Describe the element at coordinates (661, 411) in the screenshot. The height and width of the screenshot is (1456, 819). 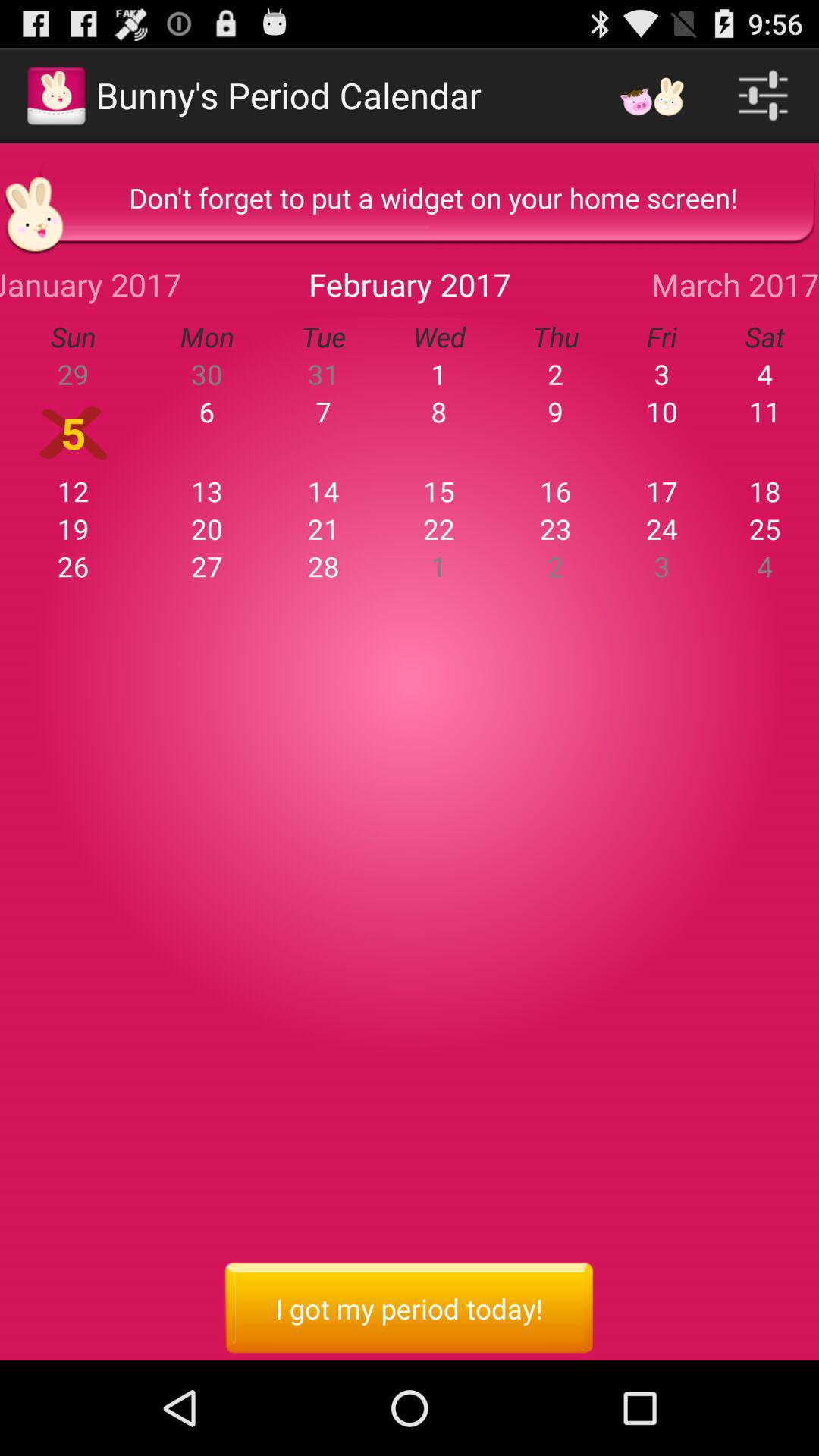
I see `the item next to the 2 app` at that location.